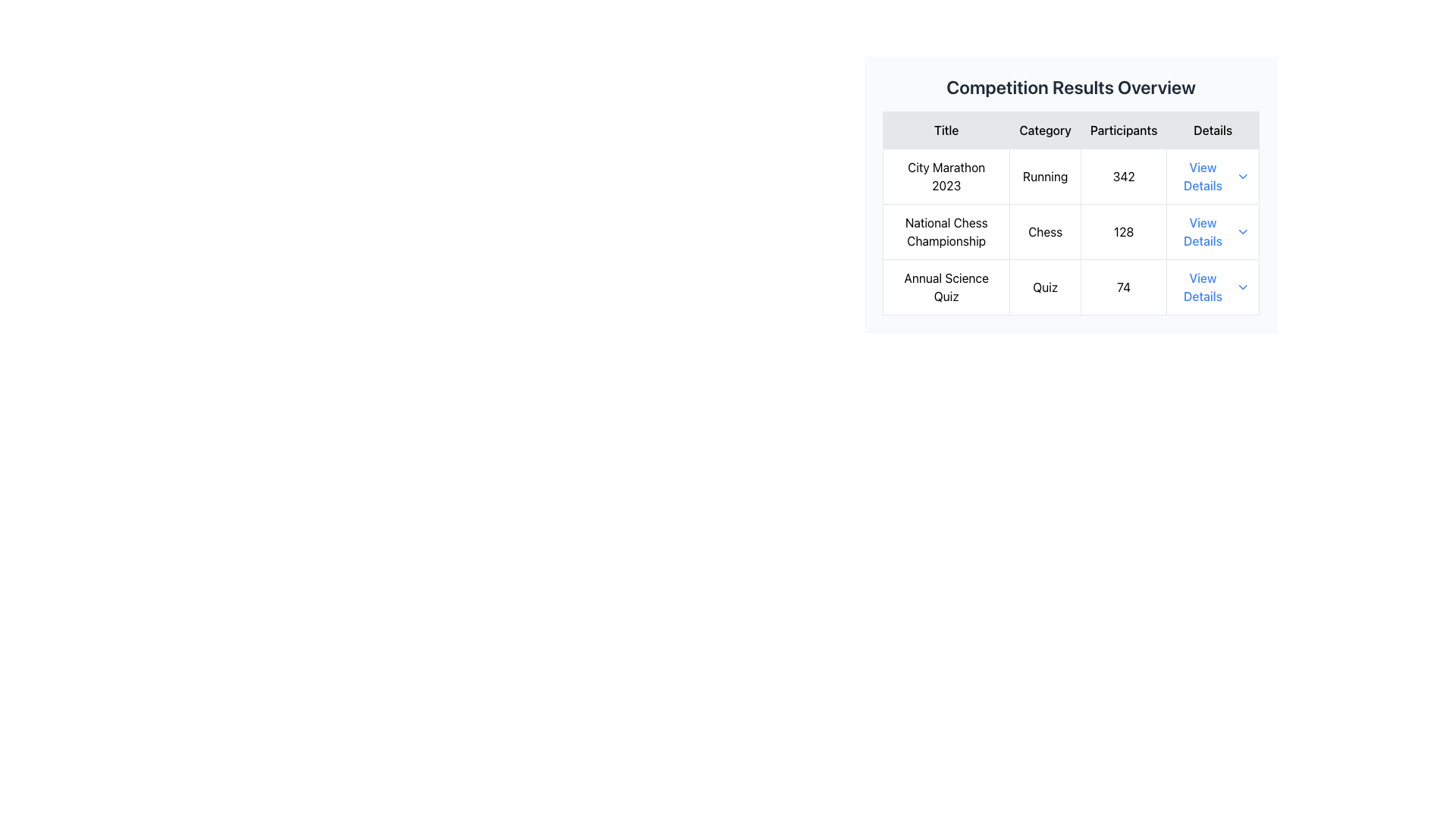  What do you see at coordinates (1212, 231) in the screenshot?
I see `the interactive button in the 'Details' column of the 'National Chess Championship' row` at bounding box center [1212, 231].